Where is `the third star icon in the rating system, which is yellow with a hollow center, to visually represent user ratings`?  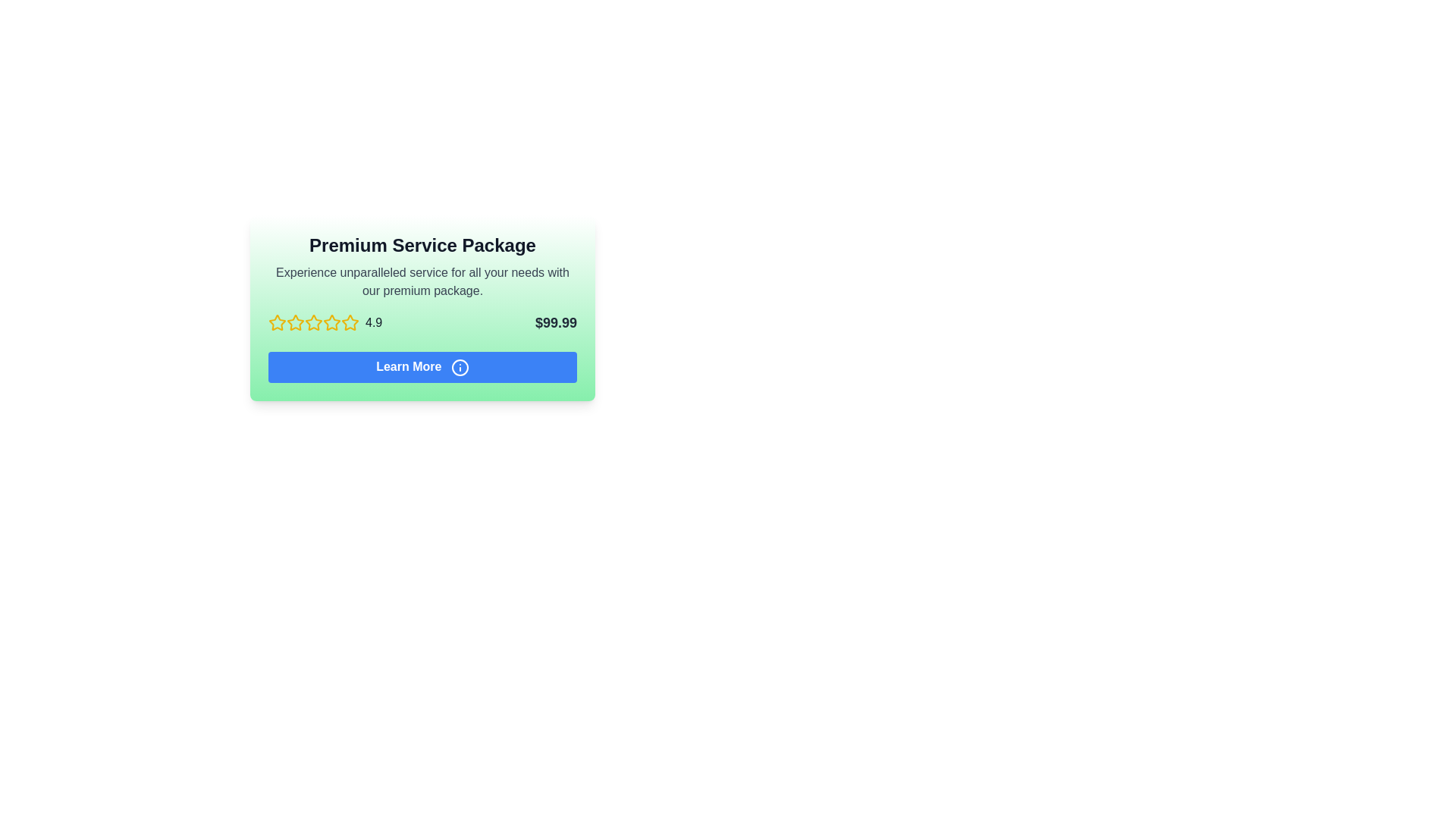
the third star icon in the rating system, which is yellow with a hollow center, to visually represent user ratings is located at coordinates (331, 322).